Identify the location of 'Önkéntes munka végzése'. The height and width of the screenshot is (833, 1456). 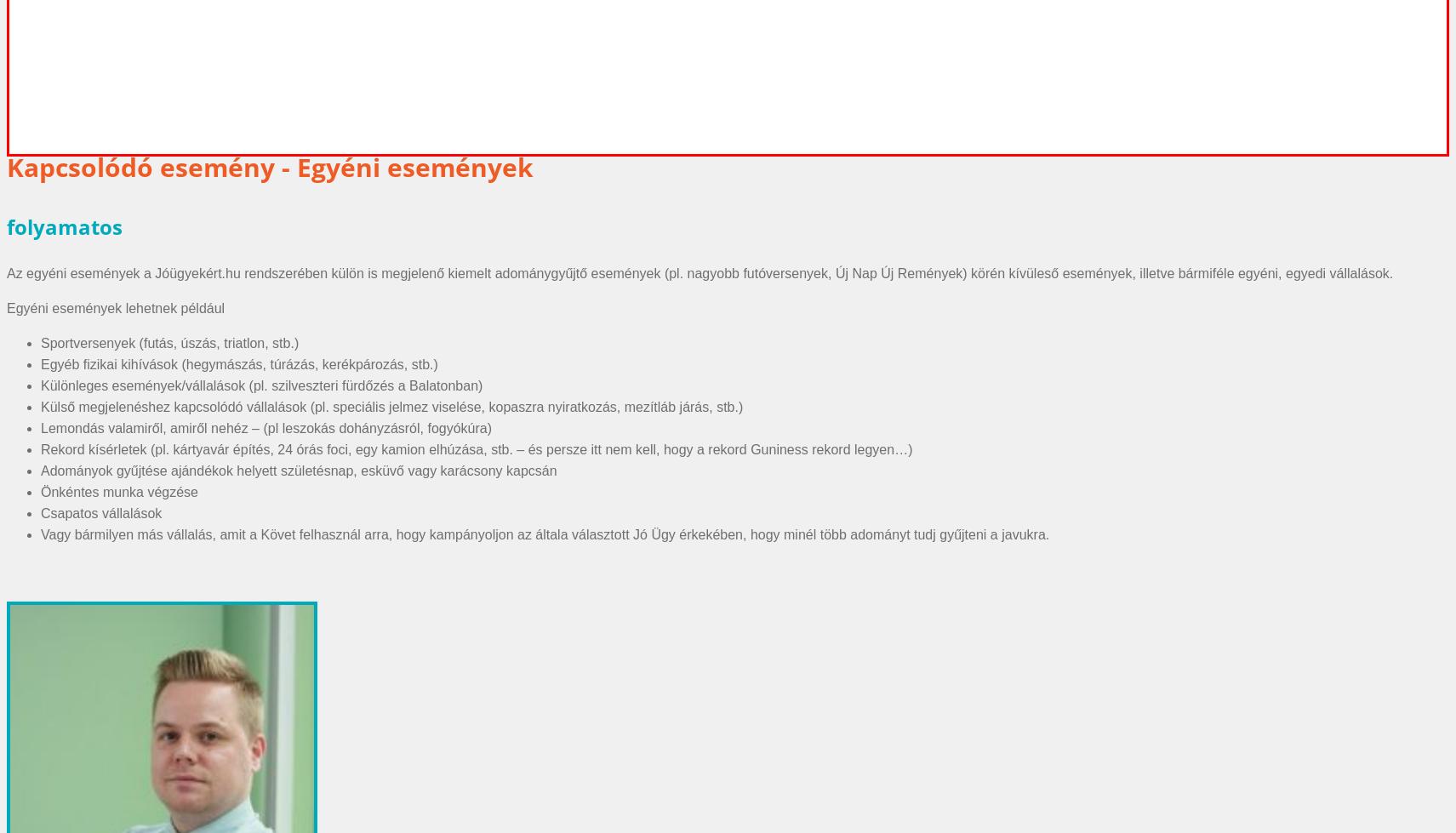
(118, 490).